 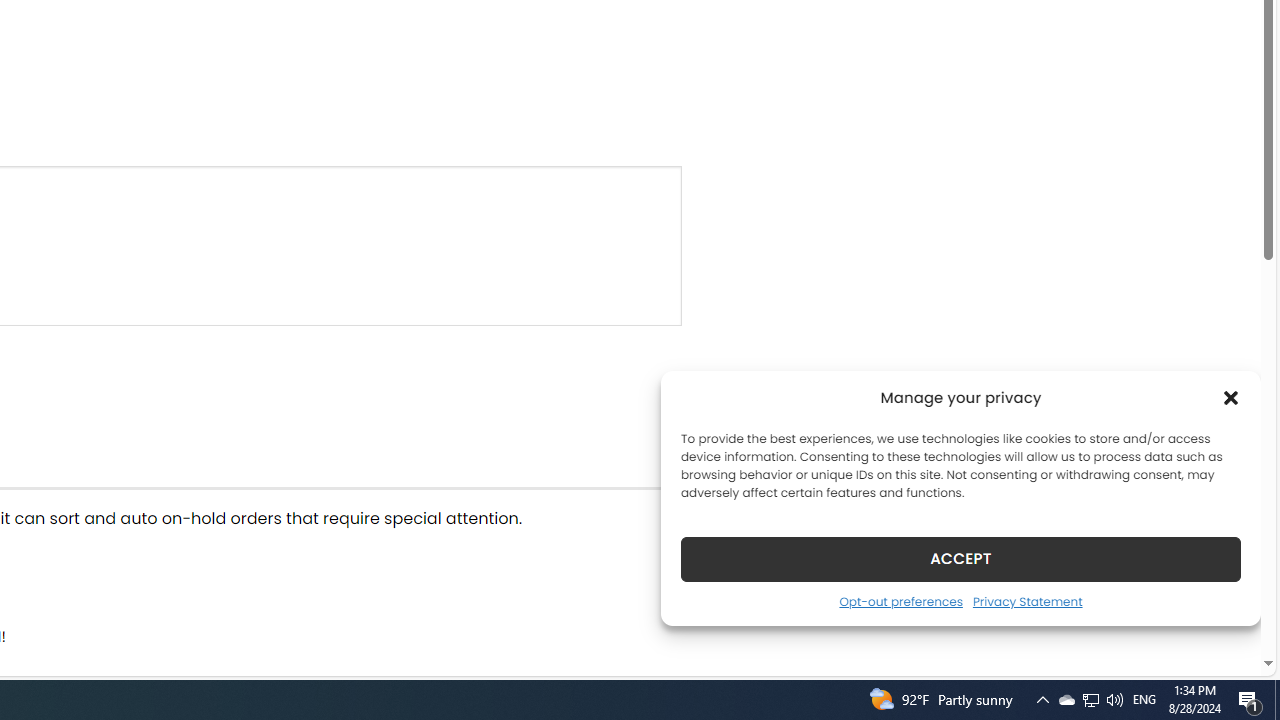 What do you see at coordinates (1027, 600) in the screenshot?
I see `'Privacy Statement'` at bounding box center [1027, 600].